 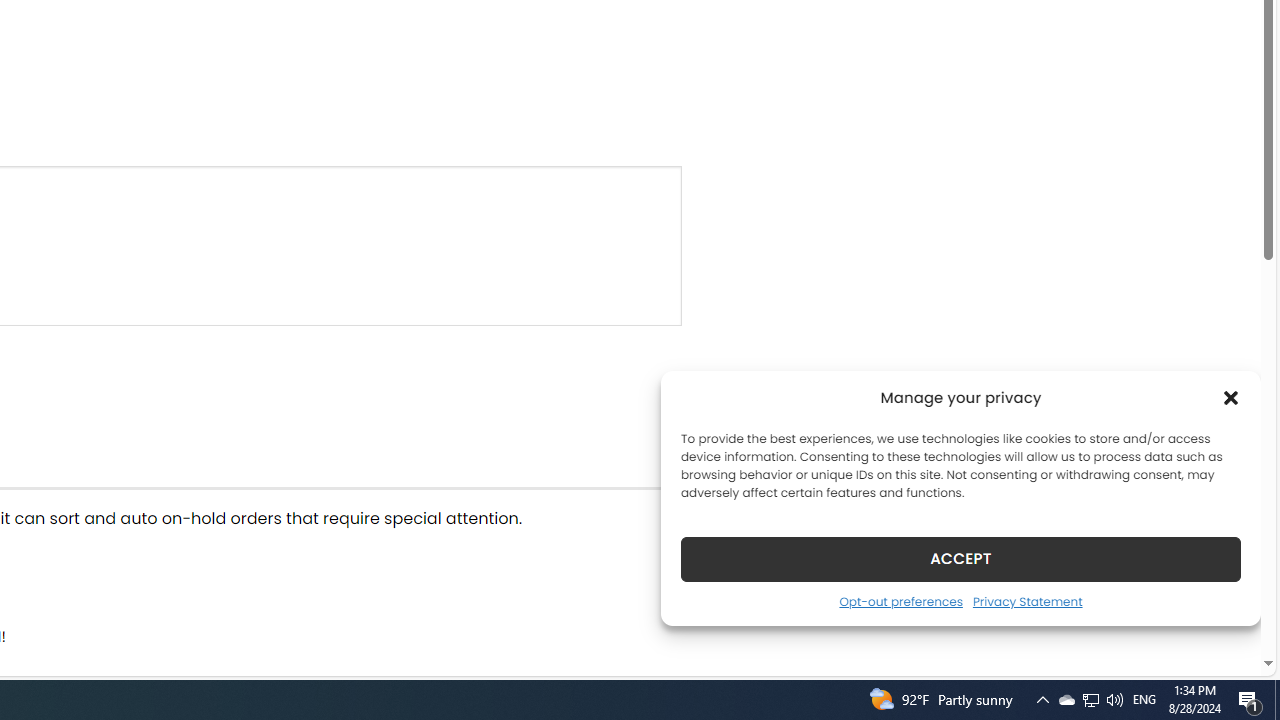 What do you see at coordinates (1027, 600) in the screenshot?
I see `'Privacy Statement'` at bounding box center [1027, 600].